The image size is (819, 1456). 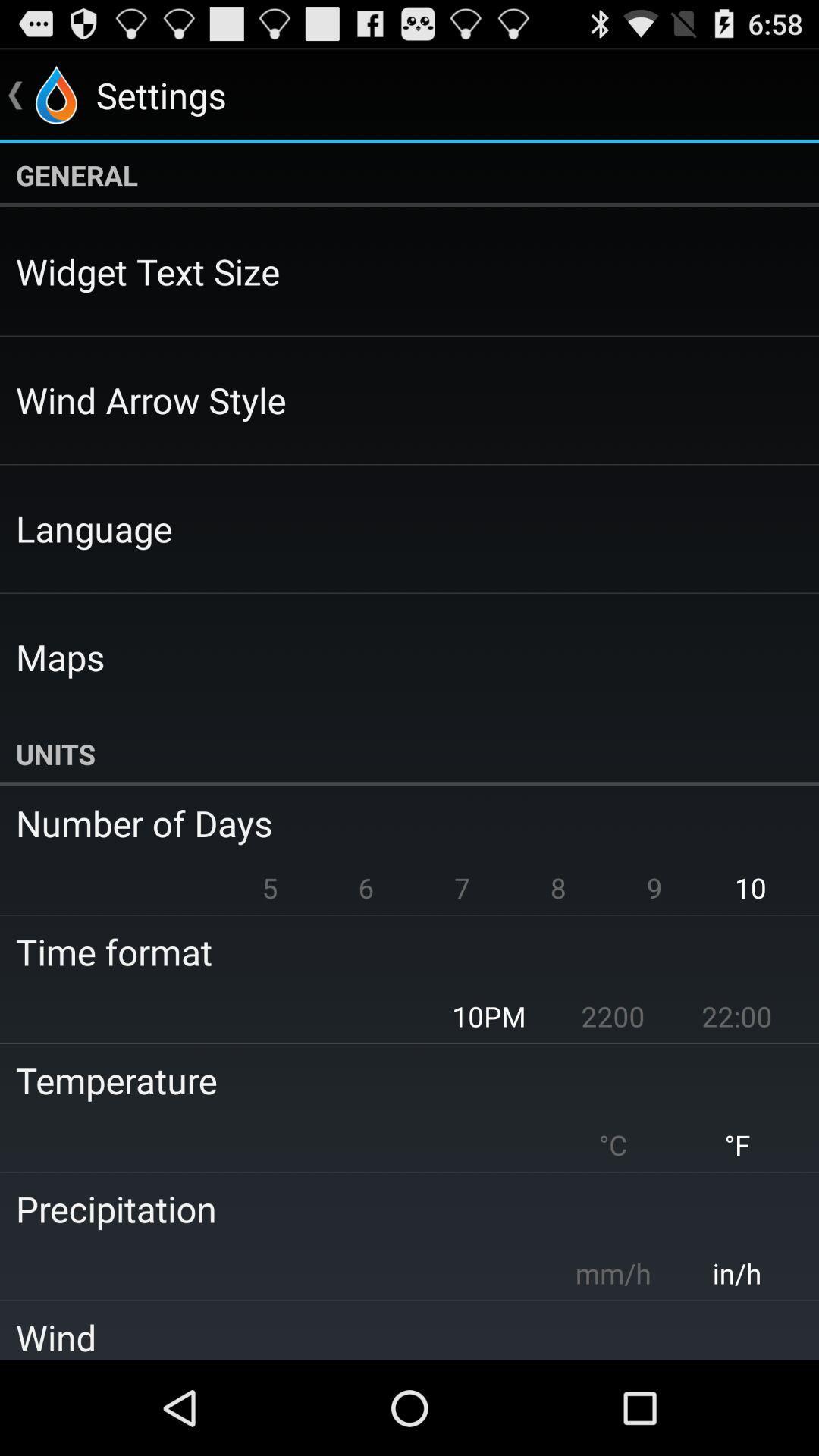 I want to click on the app to the left of the 22:00 app, so click(x=612, y=1016).